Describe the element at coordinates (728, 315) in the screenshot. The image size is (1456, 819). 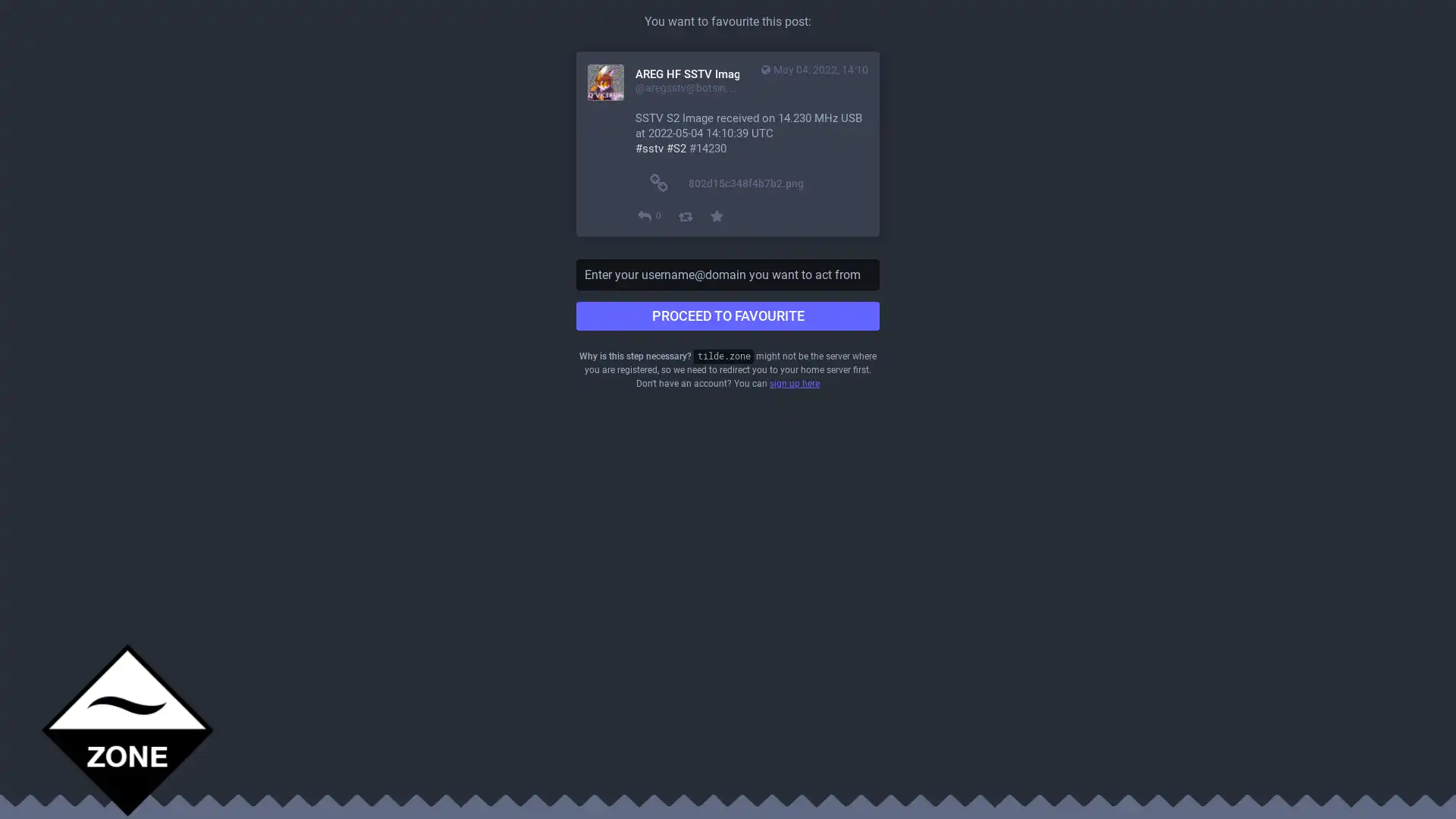
I see `PROCEED TO FAVOURITE` at that location.